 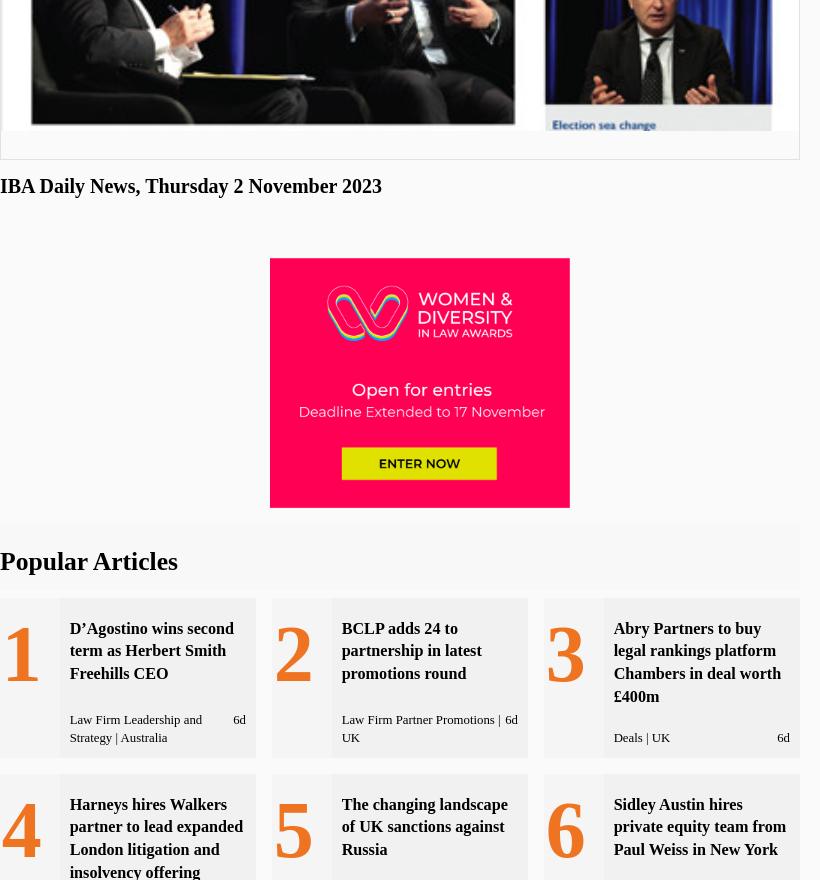 What do you see at coordinates (563, 652) in the screenshot?
I see `'3'` at bounding box center [563, 652].